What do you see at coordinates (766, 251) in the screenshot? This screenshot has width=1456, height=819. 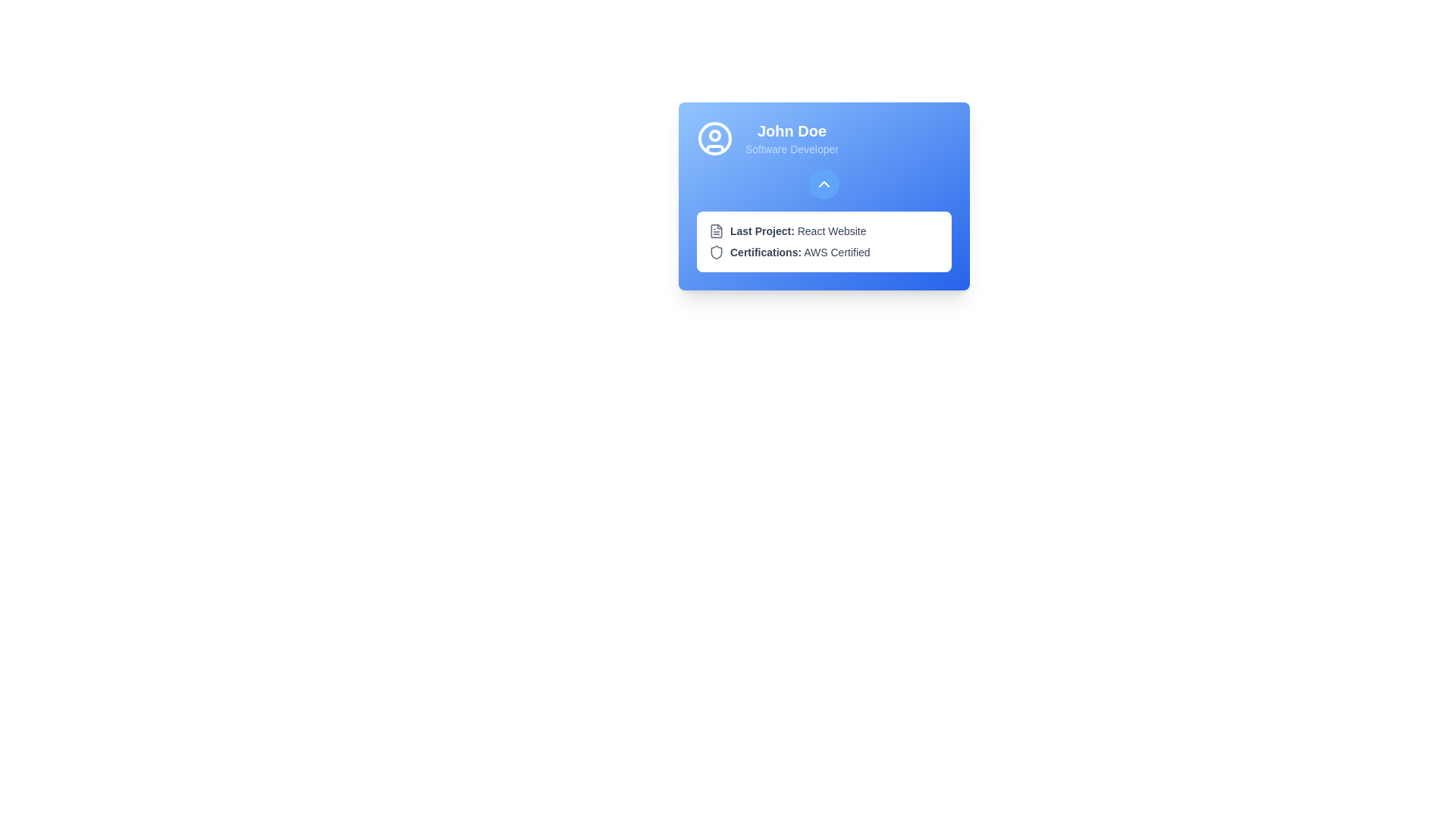 I see `the certifications section text label` at bounding box center [766, 251].